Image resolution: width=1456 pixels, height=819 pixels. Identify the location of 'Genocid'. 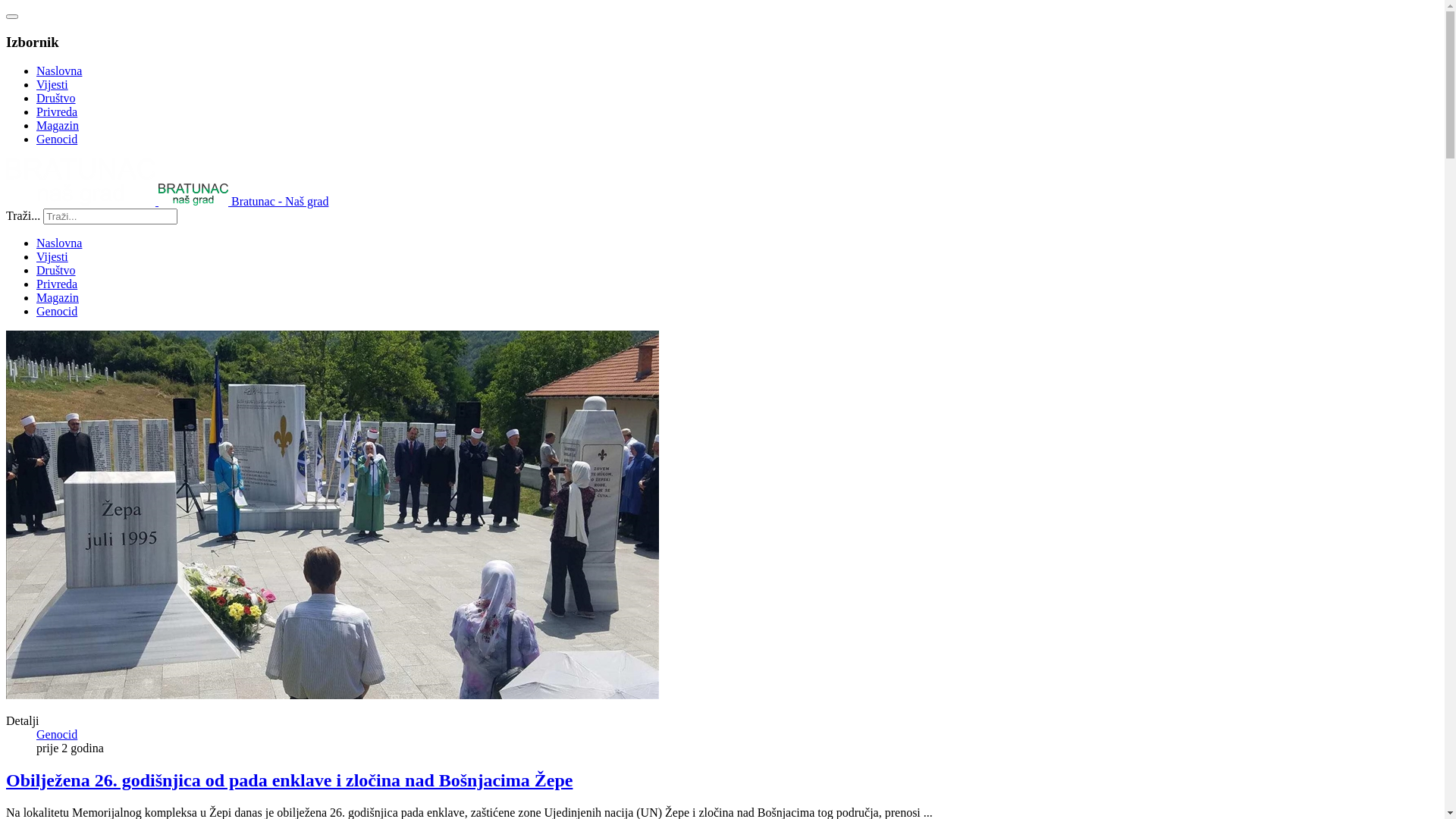
(57, 139).